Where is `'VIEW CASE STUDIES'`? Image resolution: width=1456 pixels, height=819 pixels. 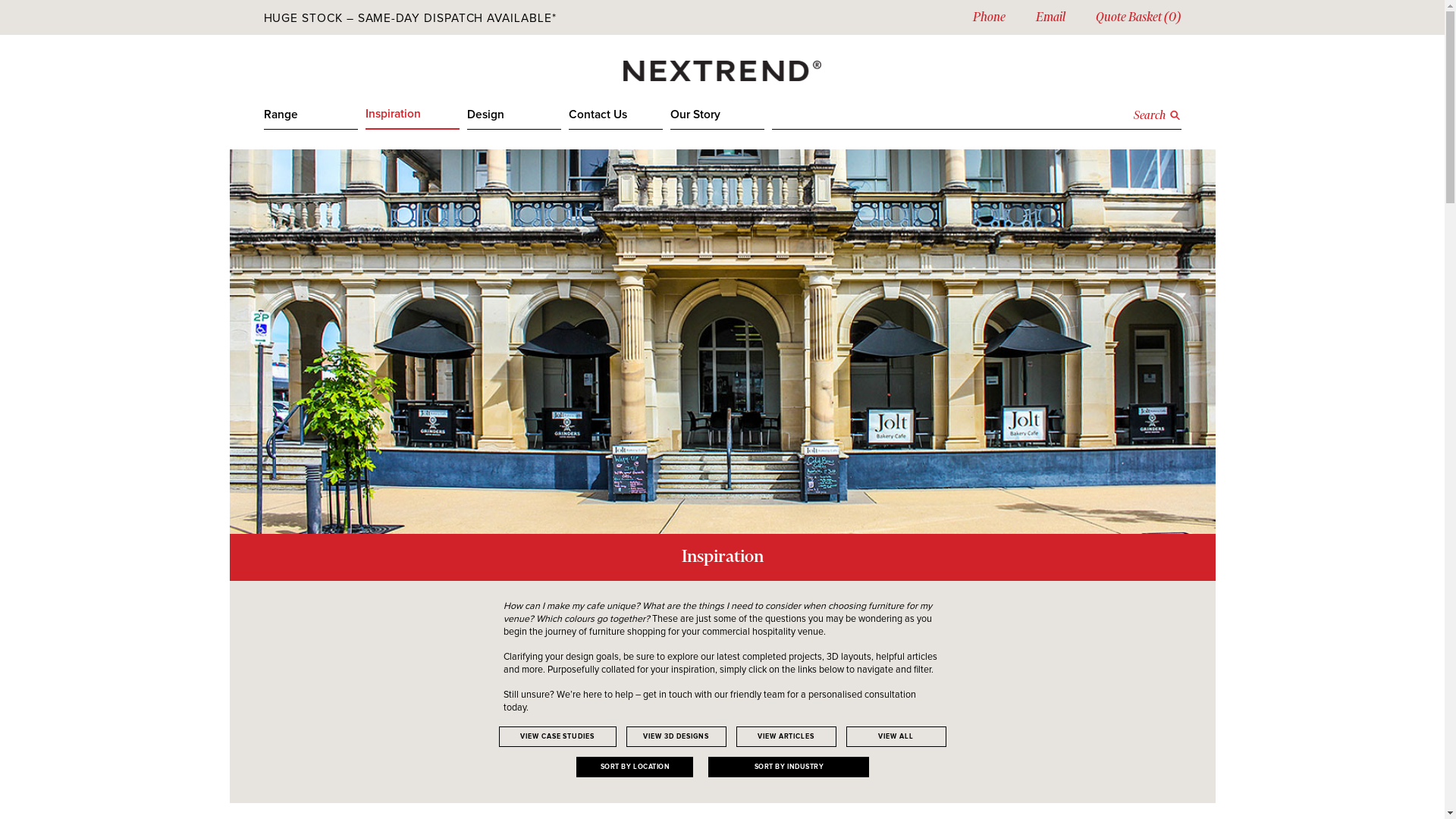
'VIEW CASE STUDIES' is located at coordinates (557, 736).